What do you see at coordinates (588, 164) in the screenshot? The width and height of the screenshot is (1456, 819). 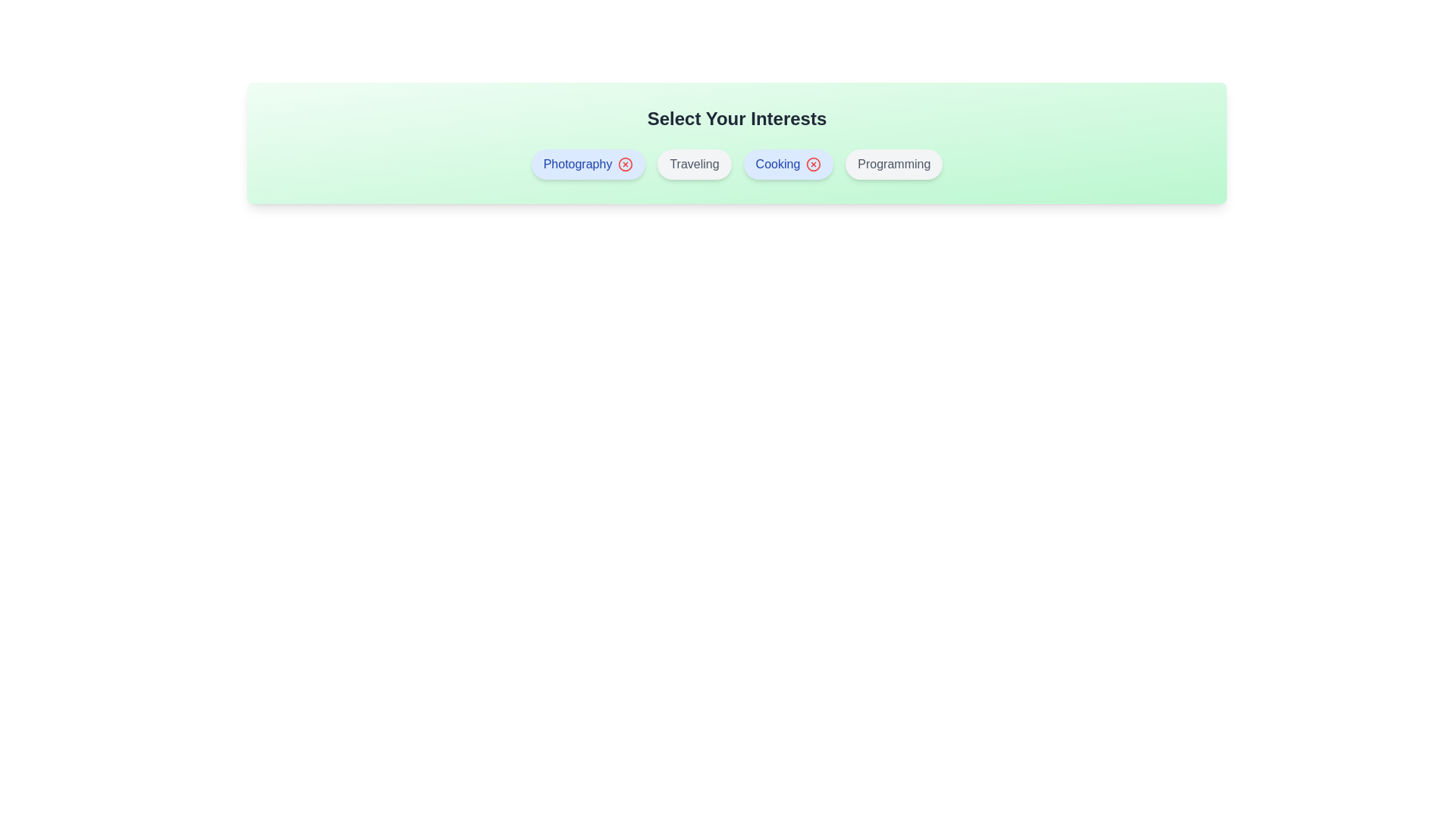 I see `the interest item Photography` at bounding box center [588, 164].